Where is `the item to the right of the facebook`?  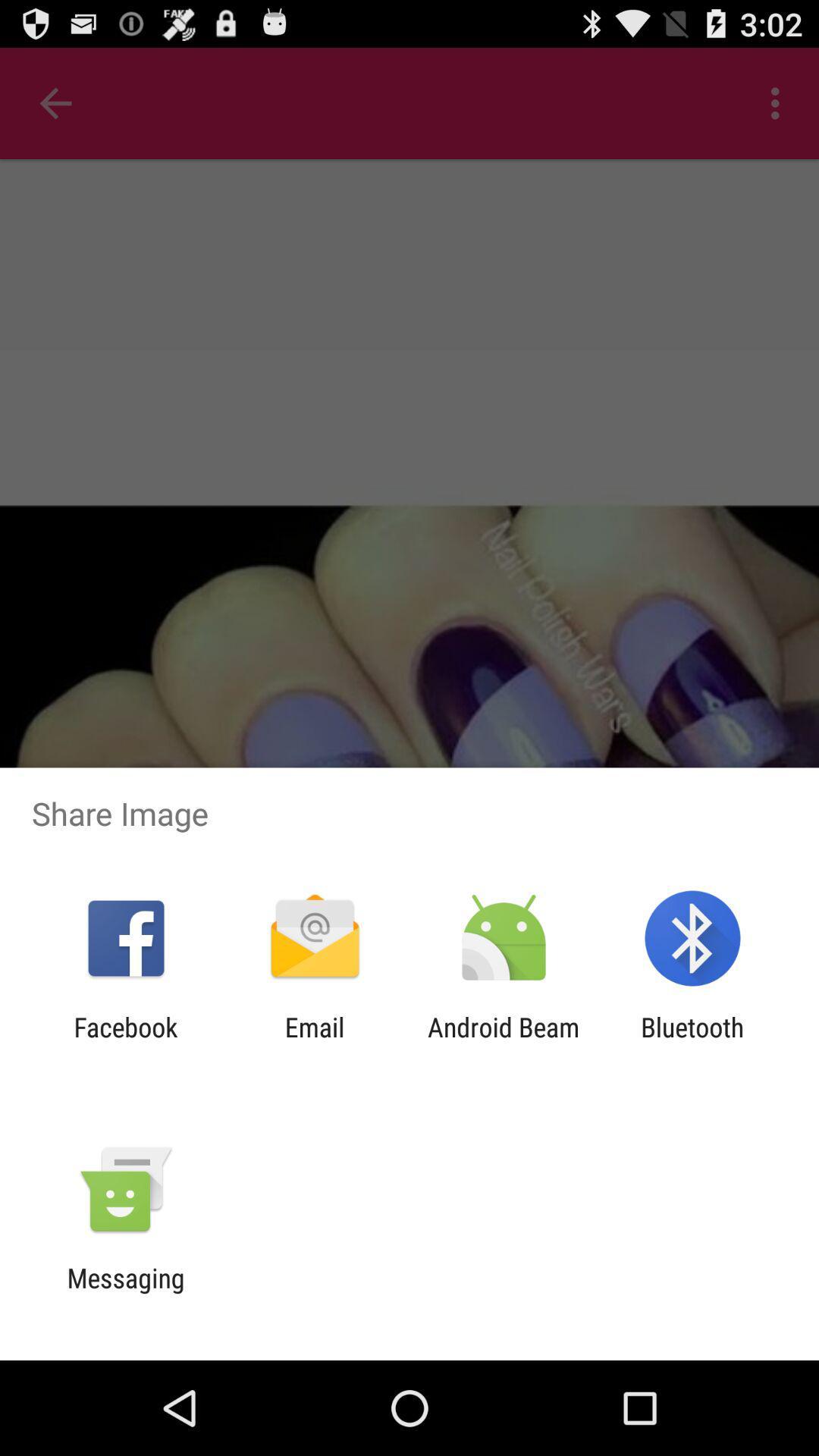
the item to the right of the facebook is located at coordinates (314, 1042).